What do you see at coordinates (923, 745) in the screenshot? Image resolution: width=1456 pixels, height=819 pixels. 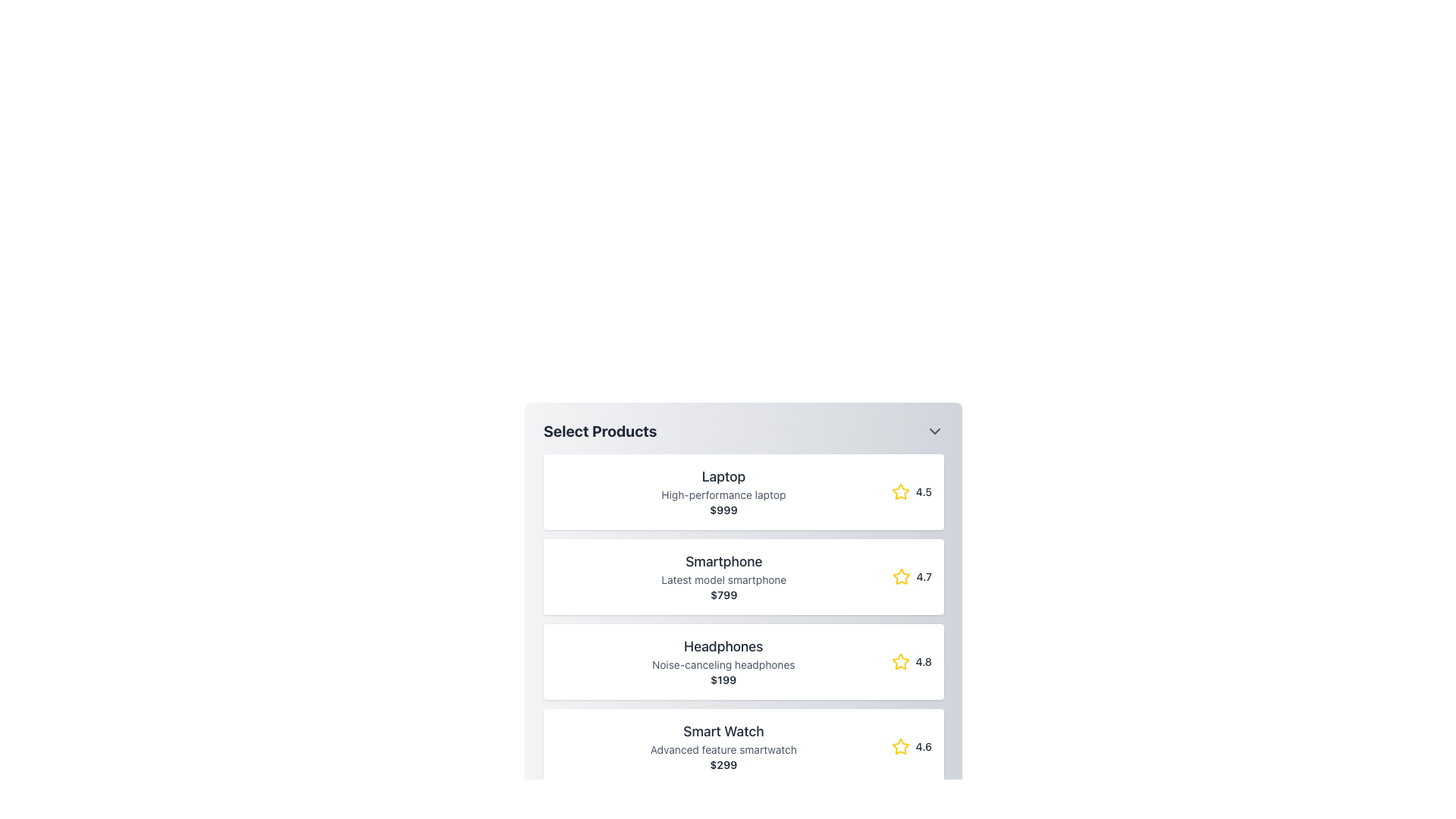 I see `the Text Label displaying the product rating value located in the lower-right corner of the fourth item in a vertical product list, positioned to the immediate right of a yellow star icon` at bounding box center [923, 745].